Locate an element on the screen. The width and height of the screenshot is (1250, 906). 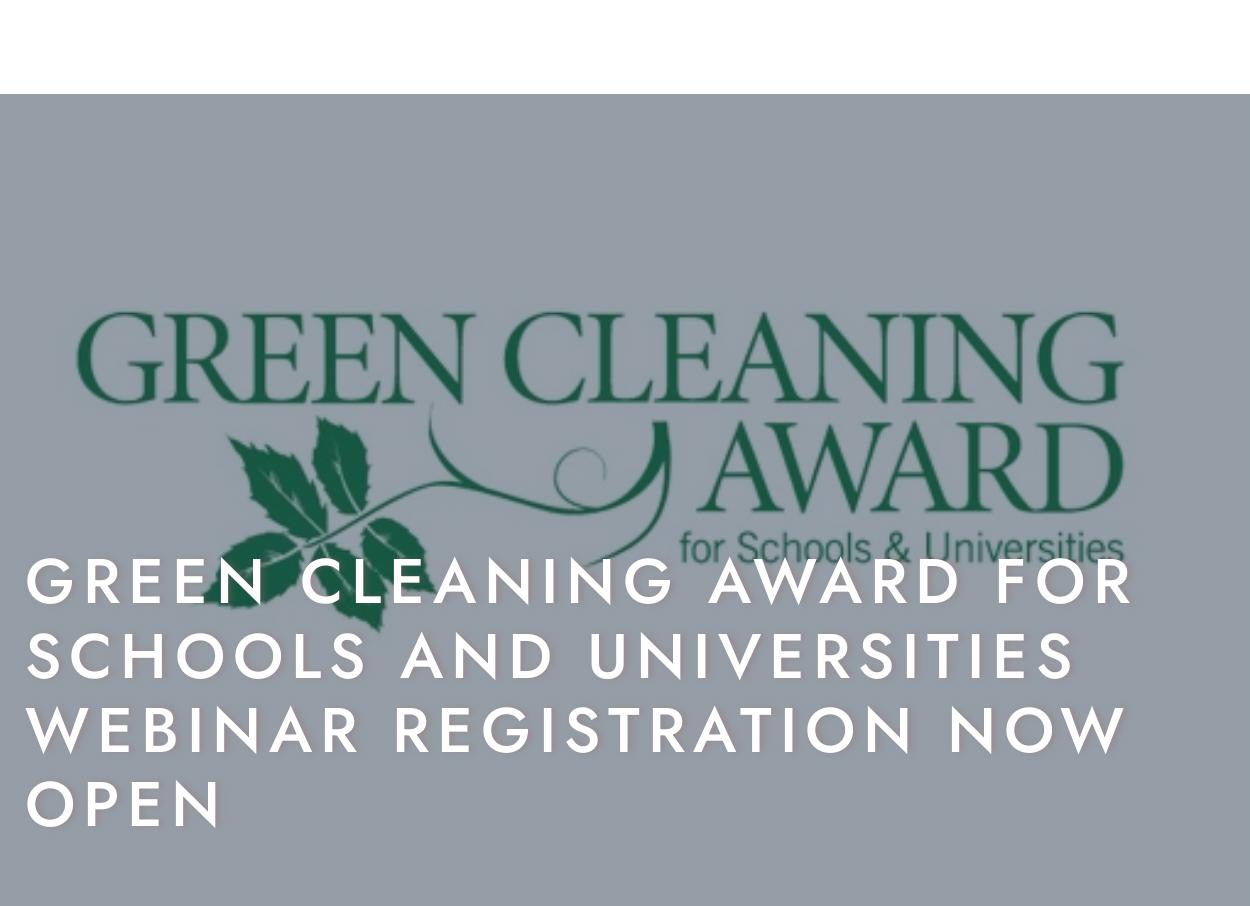
'The Program' is located at coordinates (683, 54).